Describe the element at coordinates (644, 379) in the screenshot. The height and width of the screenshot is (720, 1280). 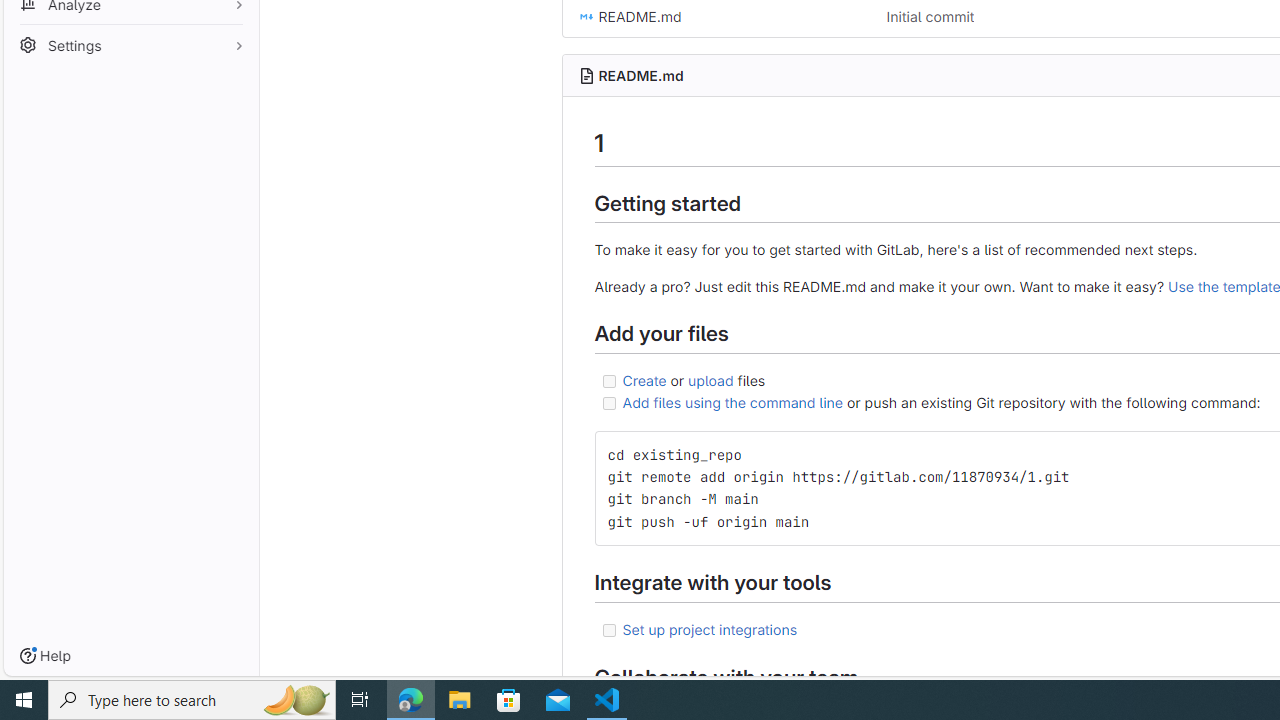
I see `'Create'` at that location.